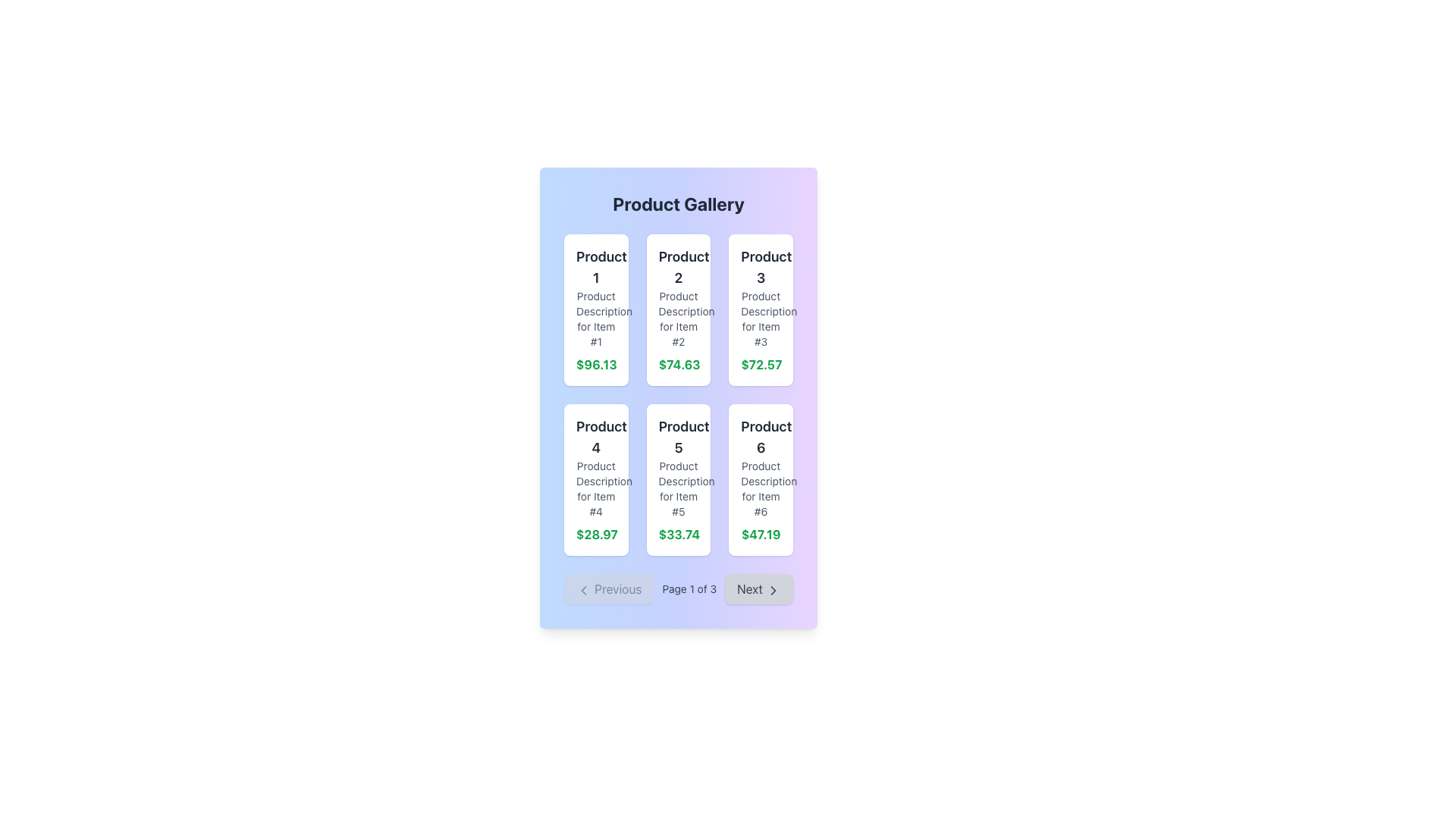 This screenshot has height=819, width=1456. I want to click on the fourth card in the grid layout, which has a light background, rounded corners, a shadow effect, and contains the title 'Product 4', a description, and a price of '$28.97', so click(595, 479).